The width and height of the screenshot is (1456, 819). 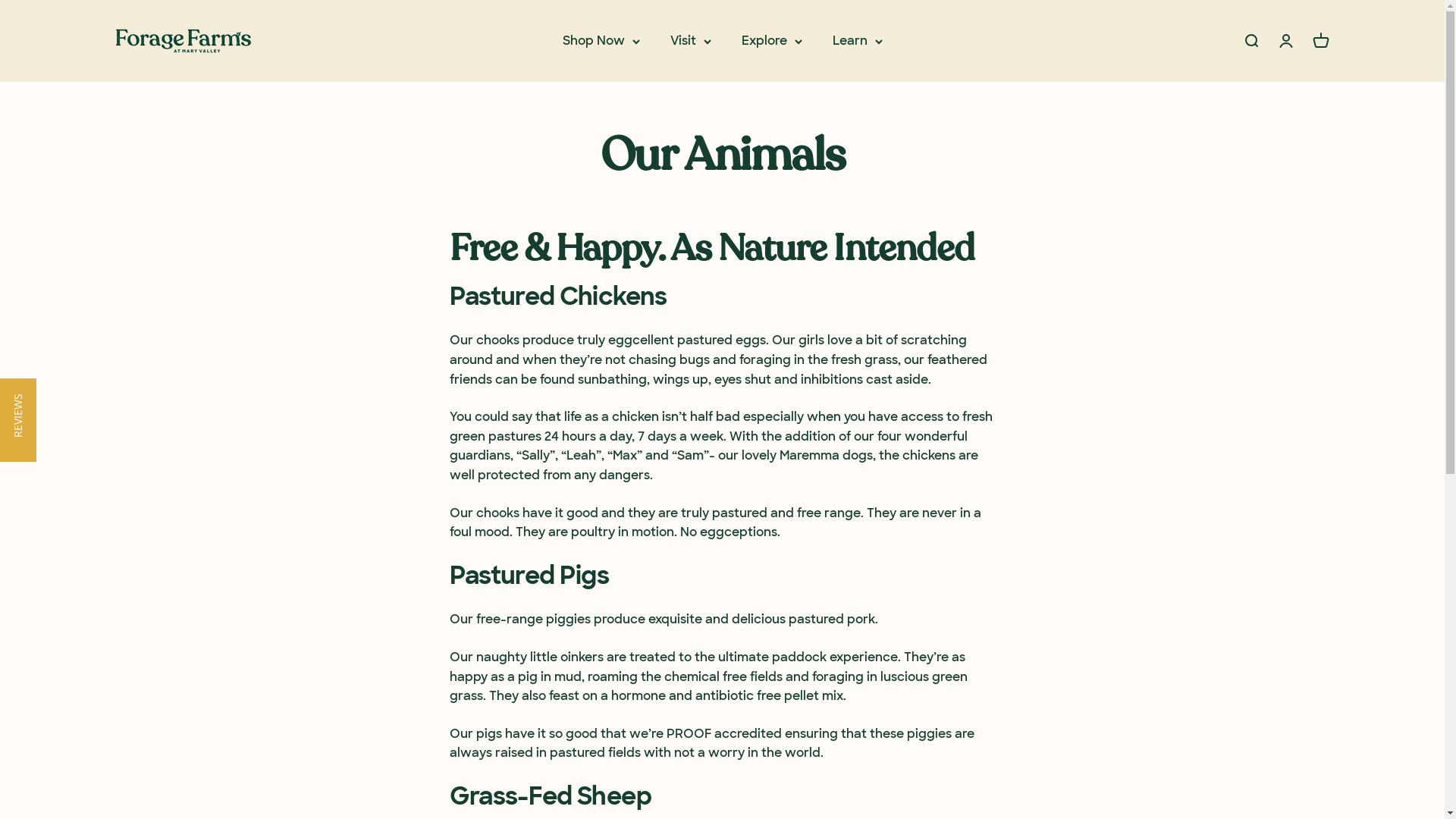 I want to click on 'Open search', so click(x=1250, y=40).